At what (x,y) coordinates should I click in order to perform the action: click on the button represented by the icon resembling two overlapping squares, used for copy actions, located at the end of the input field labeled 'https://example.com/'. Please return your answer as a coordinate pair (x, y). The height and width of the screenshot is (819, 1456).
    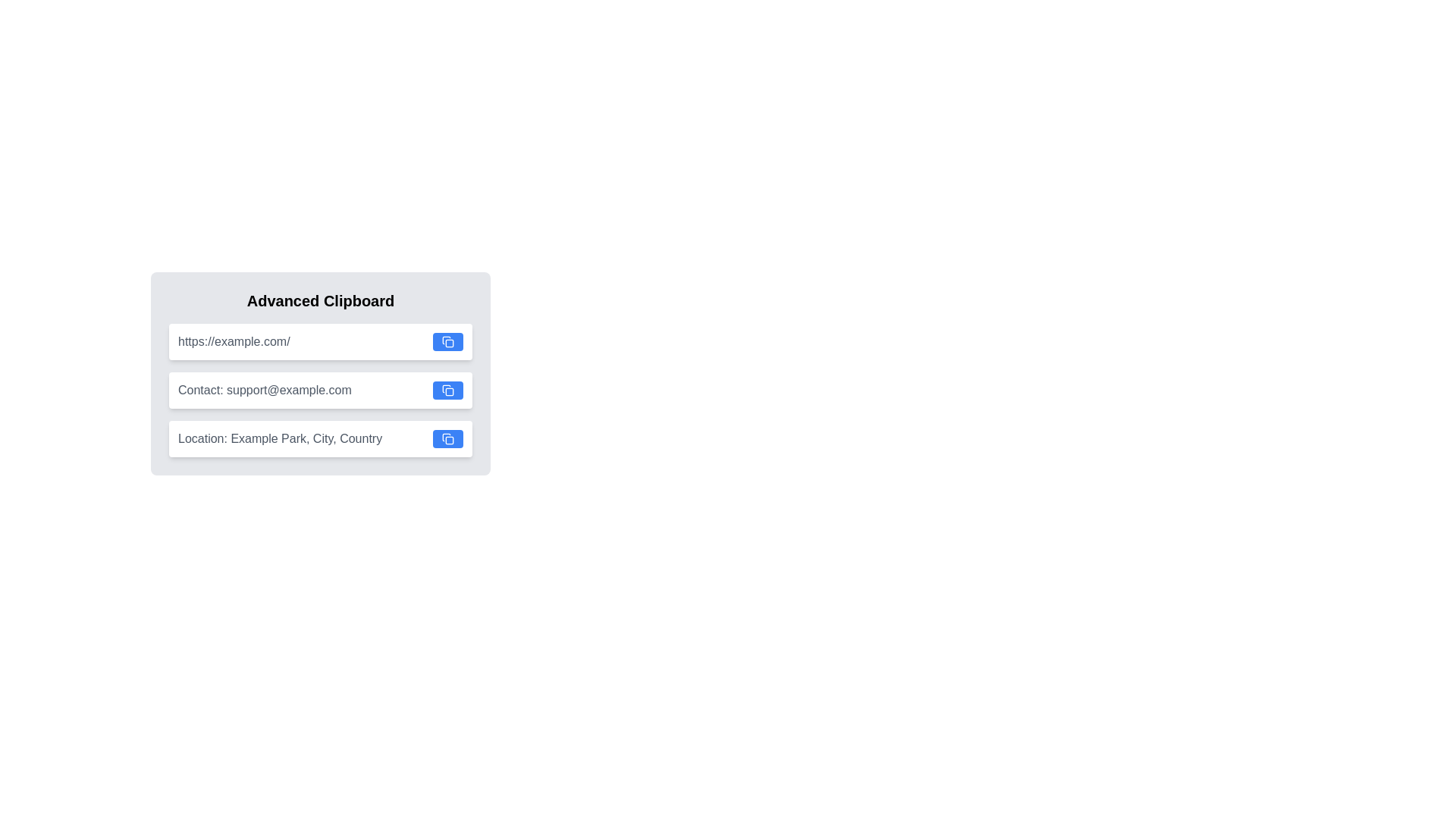
    Looking at the image, I should click on (447, 342).